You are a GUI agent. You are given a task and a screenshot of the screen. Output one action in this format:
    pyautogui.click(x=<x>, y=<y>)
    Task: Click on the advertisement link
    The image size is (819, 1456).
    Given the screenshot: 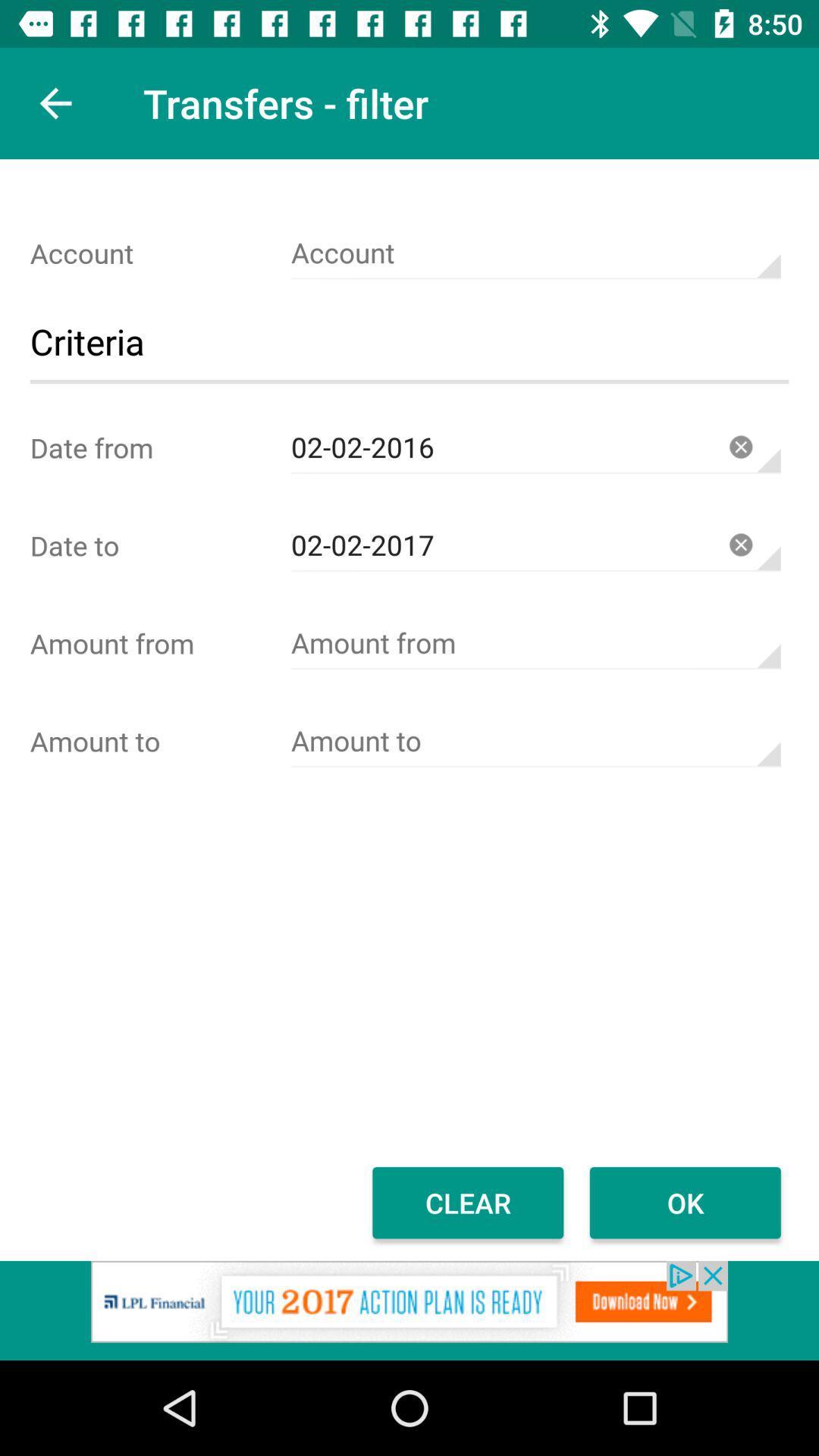 What is the action you would take?
    pyautogui.click(x=409, y=1310)
    